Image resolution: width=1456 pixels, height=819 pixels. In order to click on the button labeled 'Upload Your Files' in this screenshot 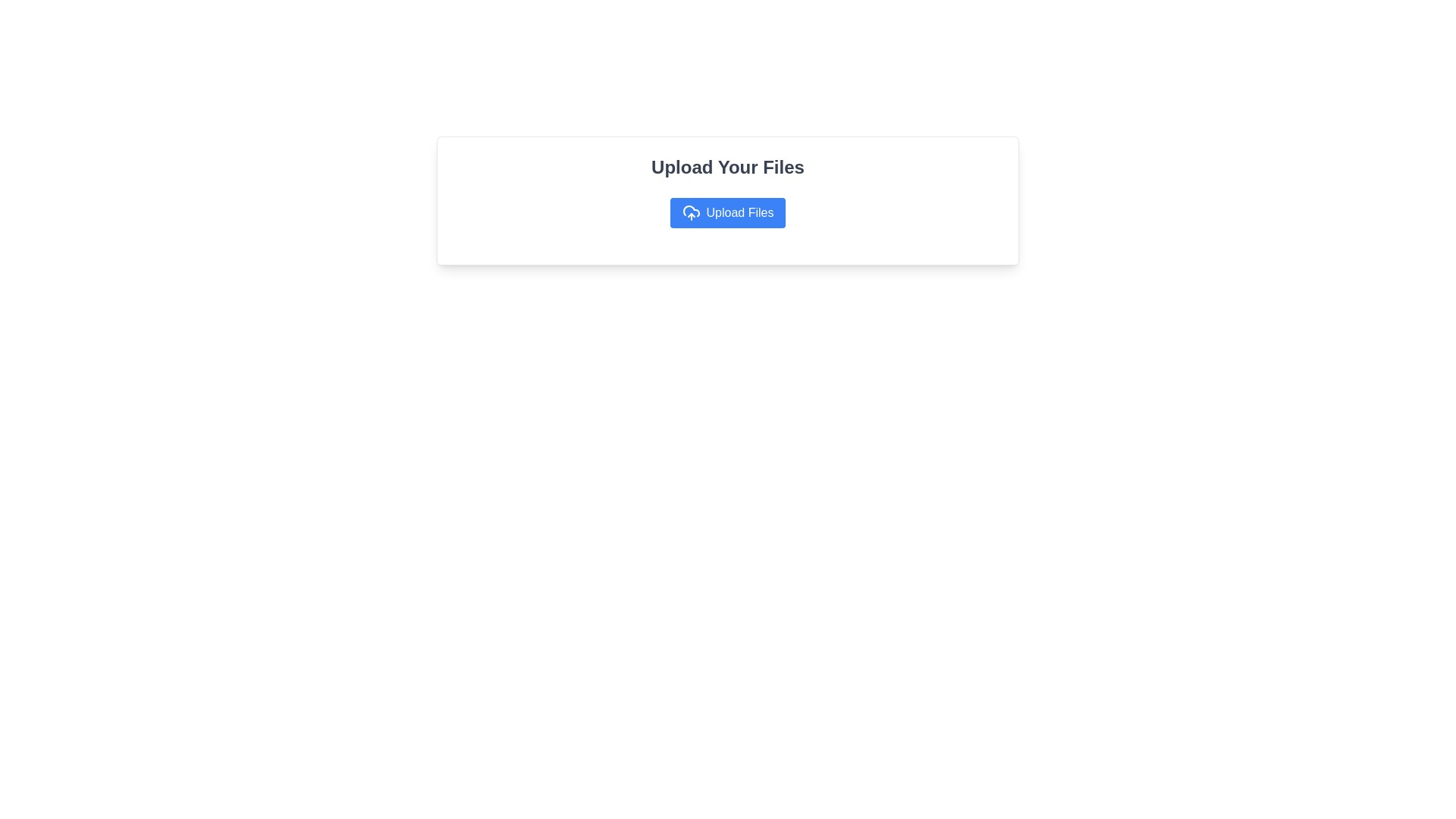, I will do `click(728, 213)`.